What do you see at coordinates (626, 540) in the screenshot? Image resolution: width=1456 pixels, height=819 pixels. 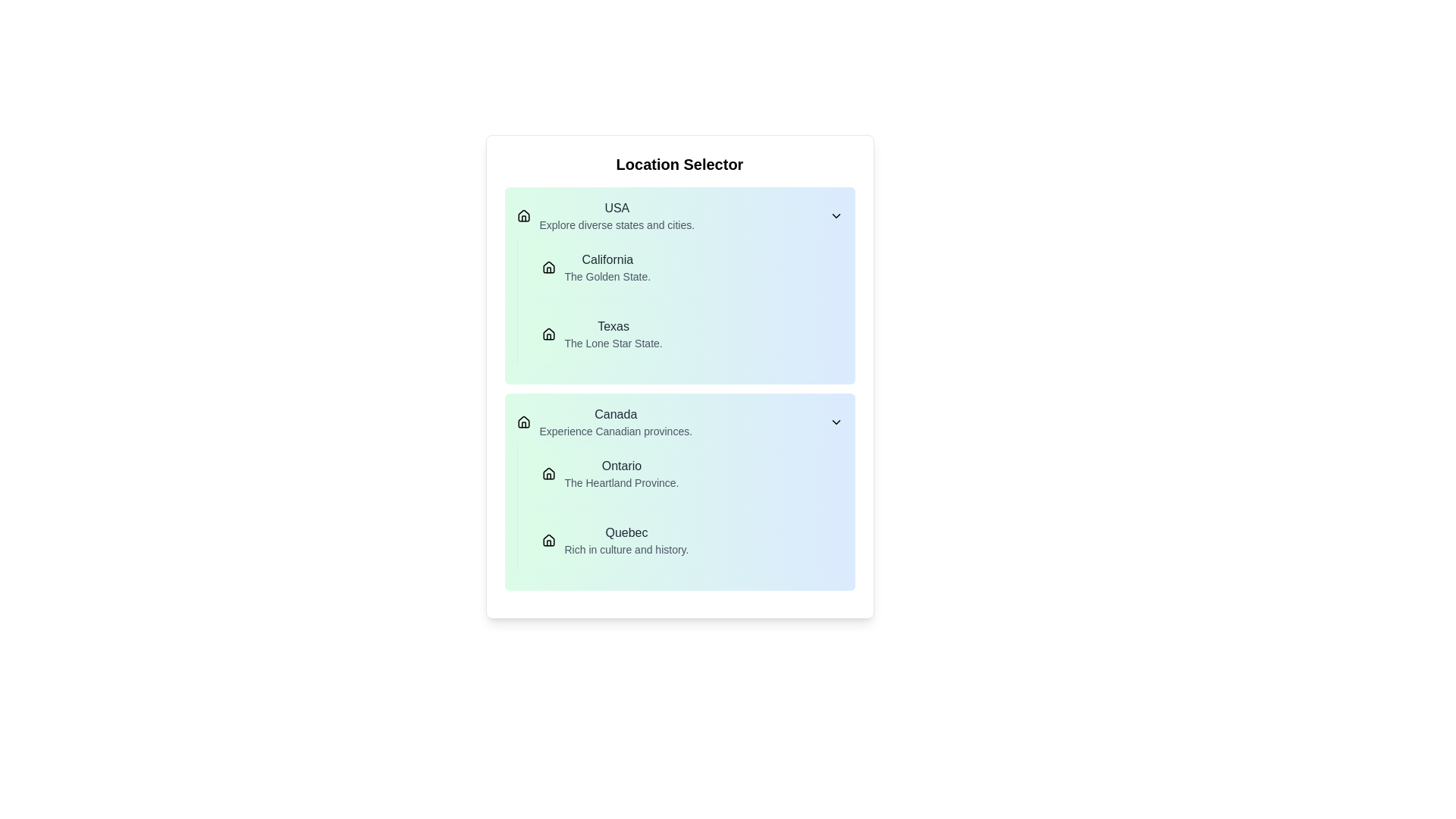 I see `the labeled list item titled 'Quebec' with the subtitle 'Rich in culture and history'` at bounding box center [626, 540].